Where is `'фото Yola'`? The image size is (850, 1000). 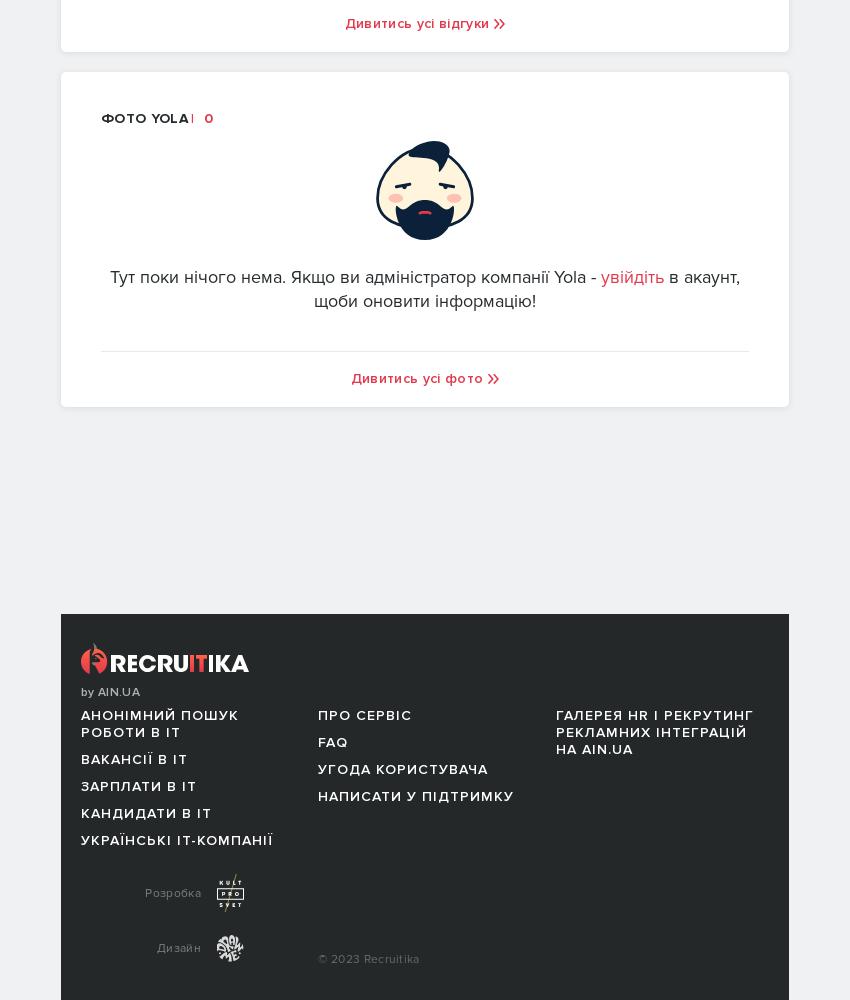
'фото Yola' is located at coordinates (99, 116).